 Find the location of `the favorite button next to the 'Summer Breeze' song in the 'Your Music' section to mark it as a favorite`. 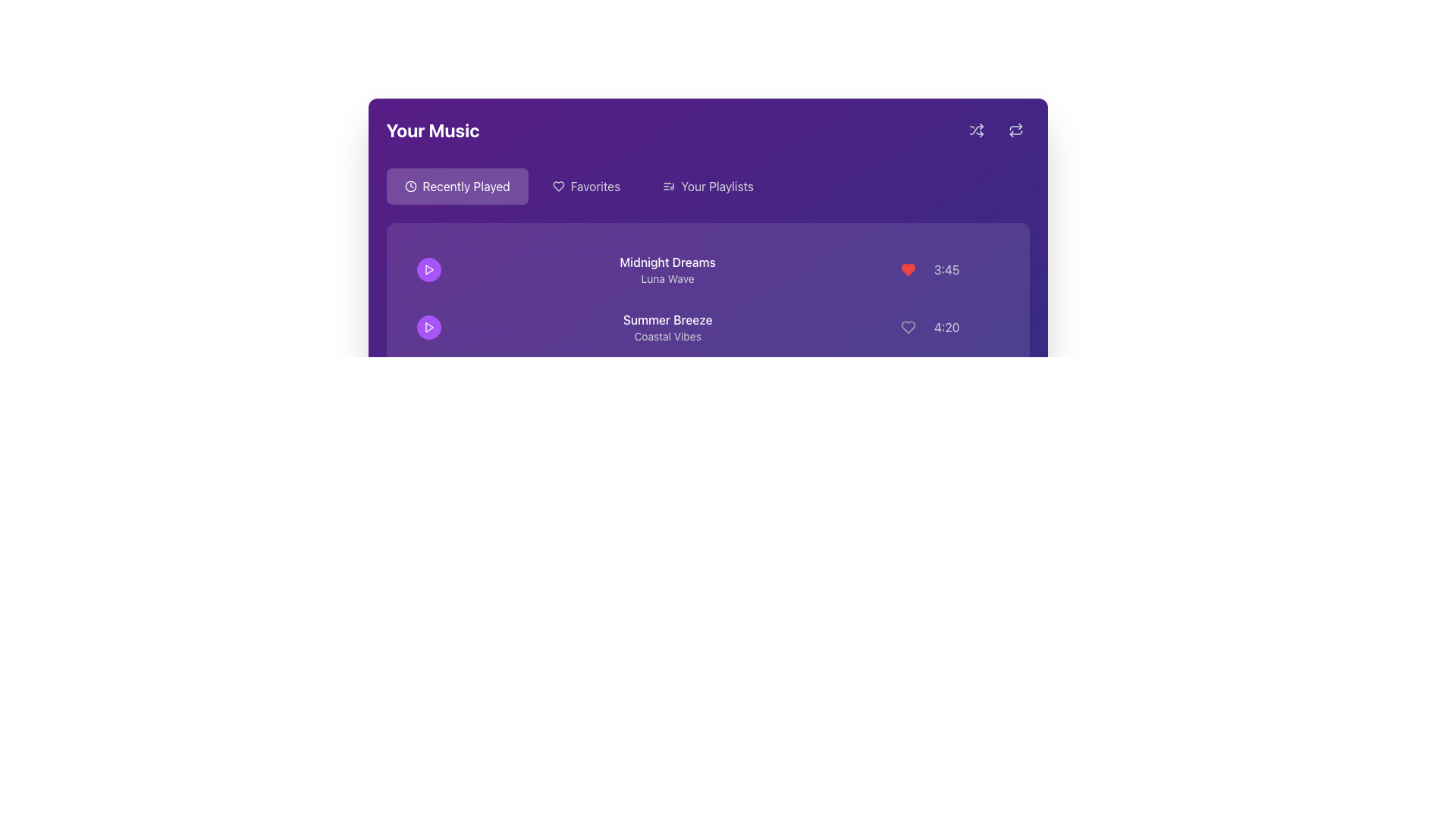

the favorite button next to the 'Summer Breeze' song in the 'Your Music' section to mark it as a favorite is located at coordinates (908, 327).